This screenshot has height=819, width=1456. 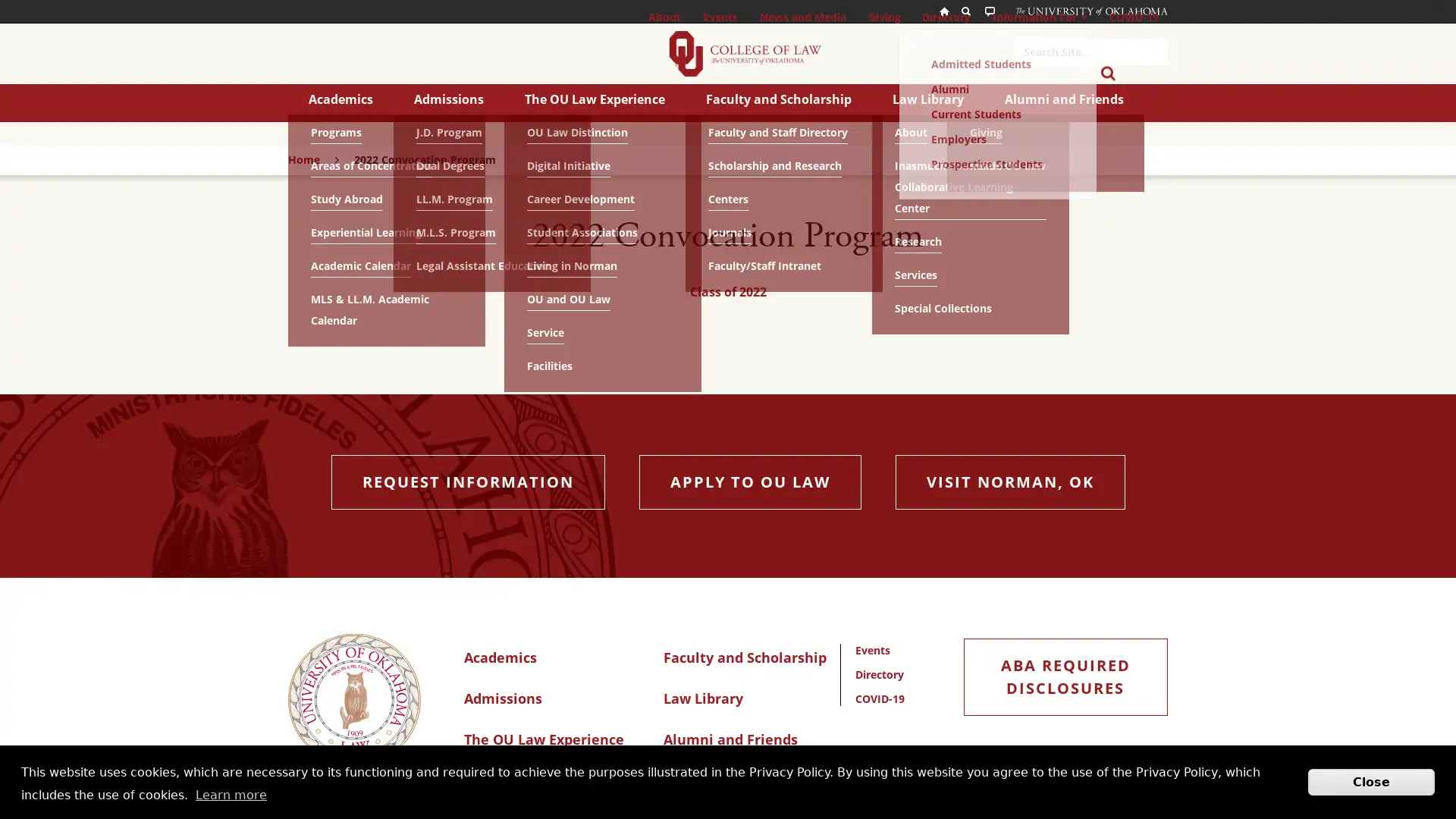 What do you see at coordinates (1153, 82) in the screenshot?
I see `Submit Search` at bounding box center [1153, 82].